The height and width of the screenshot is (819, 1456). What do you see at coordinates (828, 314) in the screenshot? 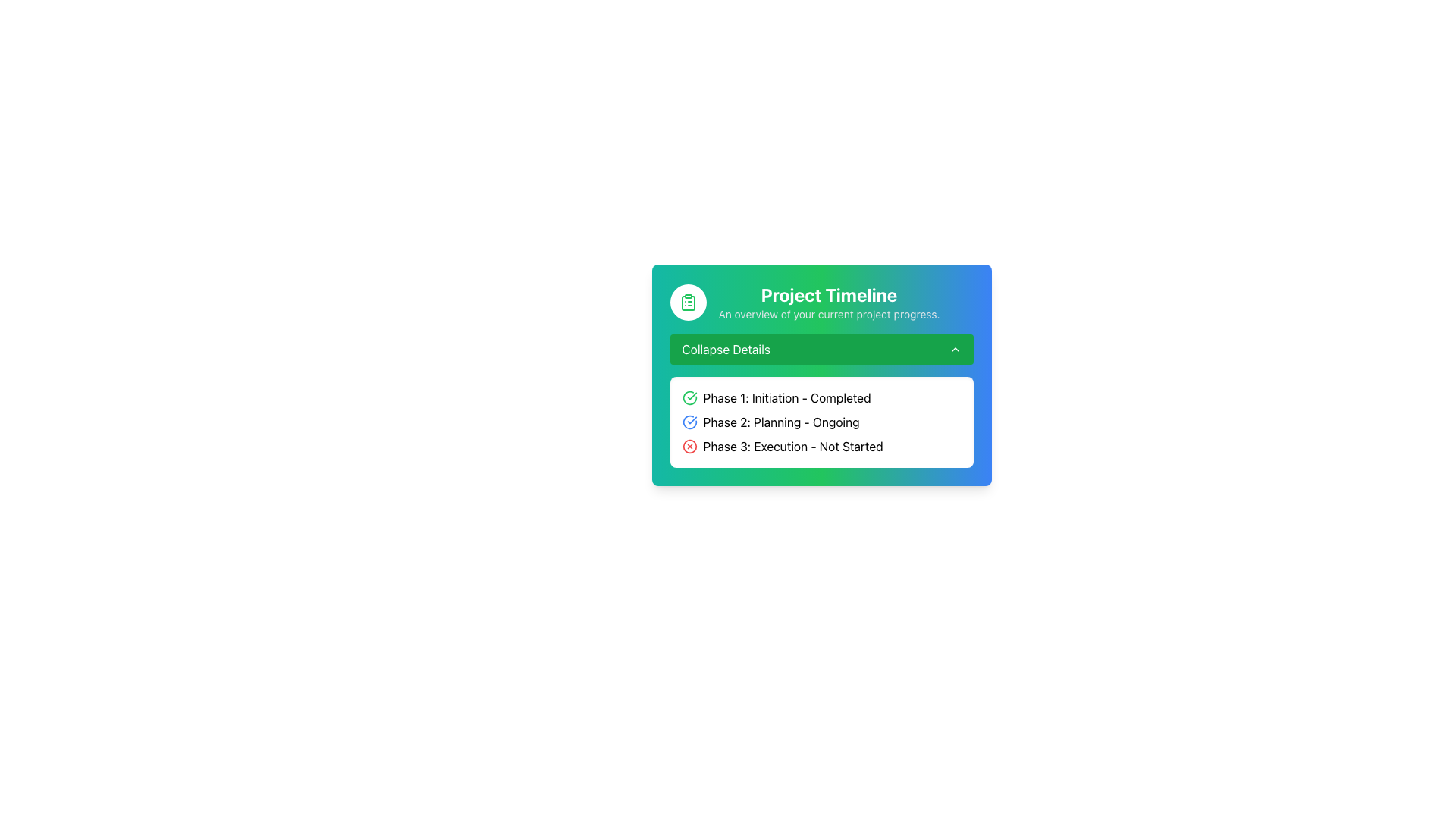
I see `the text label containing 'An overview of your current project progress.'` at bounding box center [828, 314].